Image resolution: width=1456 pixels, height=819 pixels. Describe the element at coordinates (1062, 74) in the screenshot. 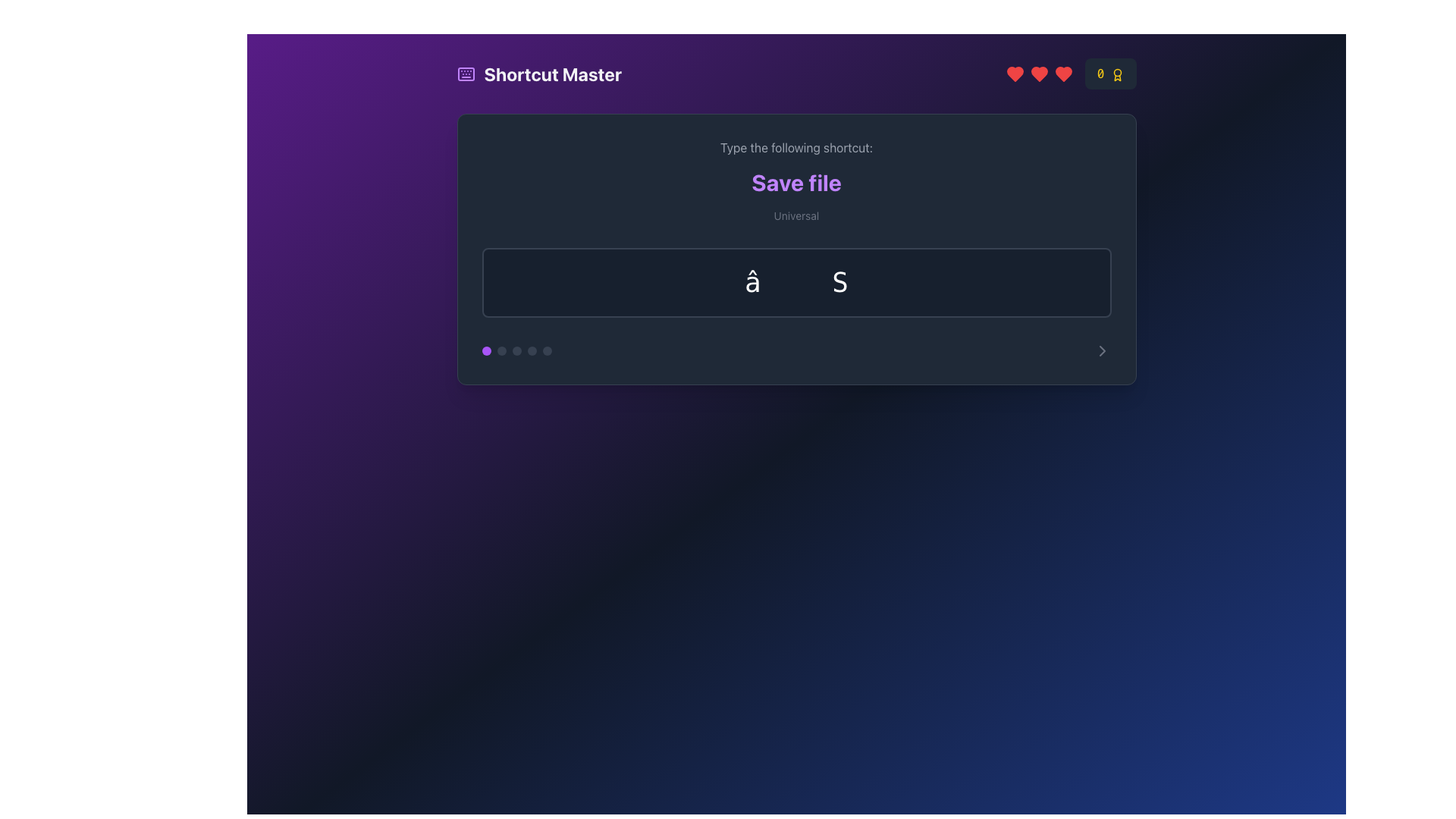

I see `the red heart-shaped icon located in the top-right corner of the interface, which is the third heart in the series from the left` at that location.